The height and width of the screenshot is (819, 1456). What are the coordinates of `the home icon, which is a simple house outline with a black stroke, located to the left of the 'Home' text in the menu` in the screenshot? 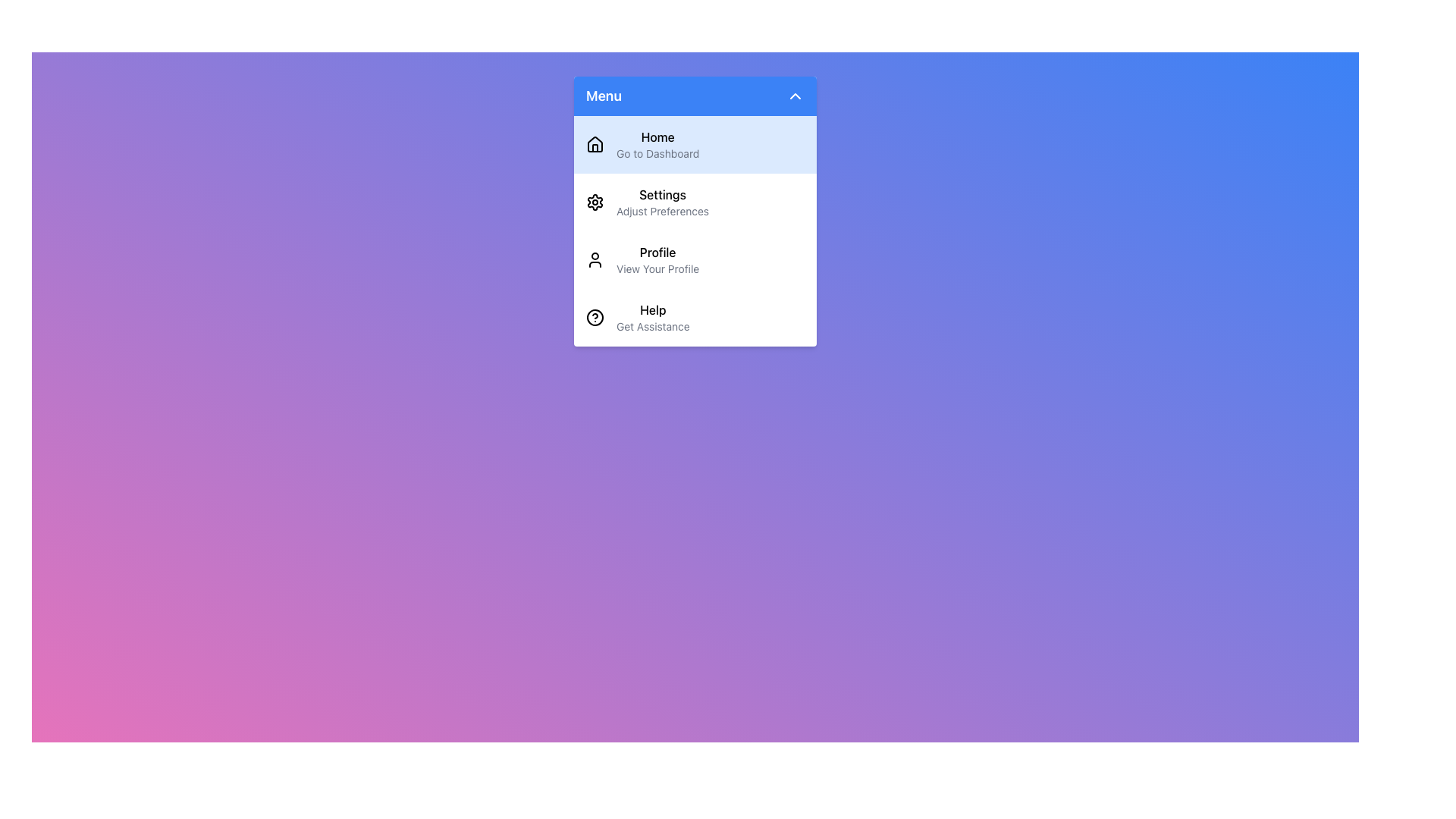 It's located at (595, 145).